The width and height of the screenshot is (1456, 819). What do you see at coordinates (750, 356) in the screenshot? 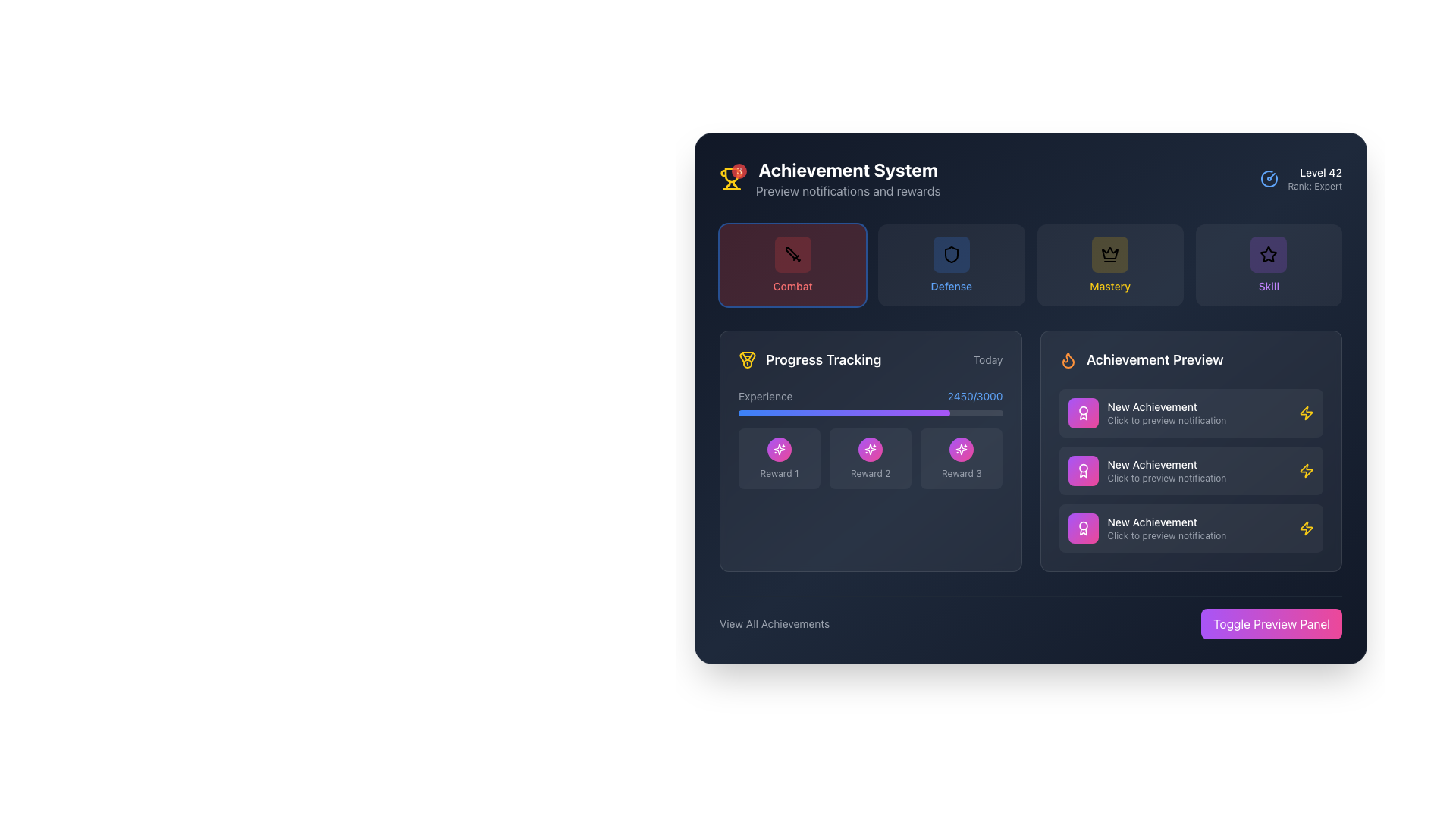
I see `the yellow medal-shaped icon that represents achievements within the SVG graphic located in the top-left corner near the 'Achievement System' heading` at bounding box center [750, 356].